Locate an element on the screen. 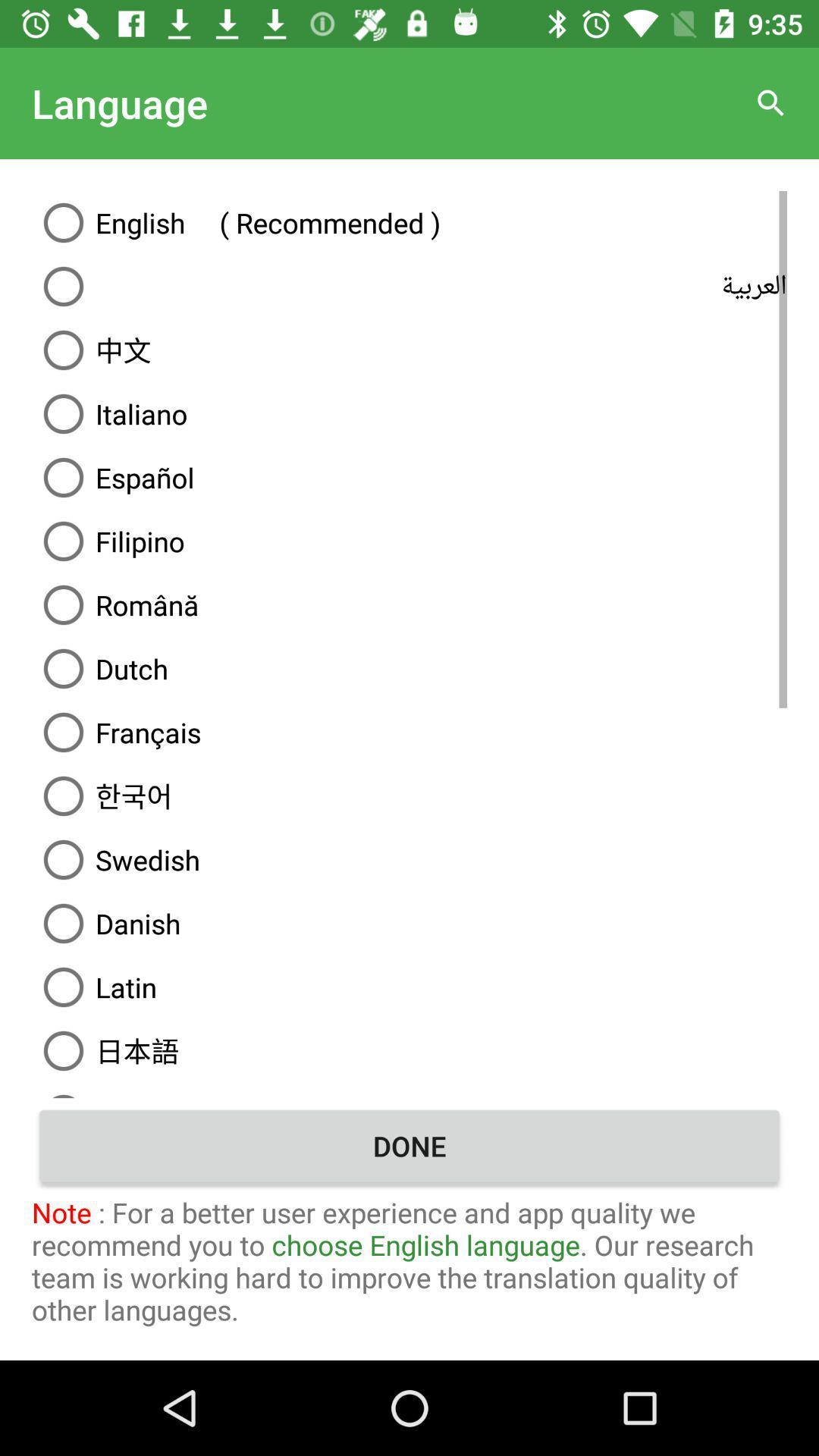 This screenshot has width=819, height=1456. the english     ( recommended ) icon is located at coordinates (409, 221).